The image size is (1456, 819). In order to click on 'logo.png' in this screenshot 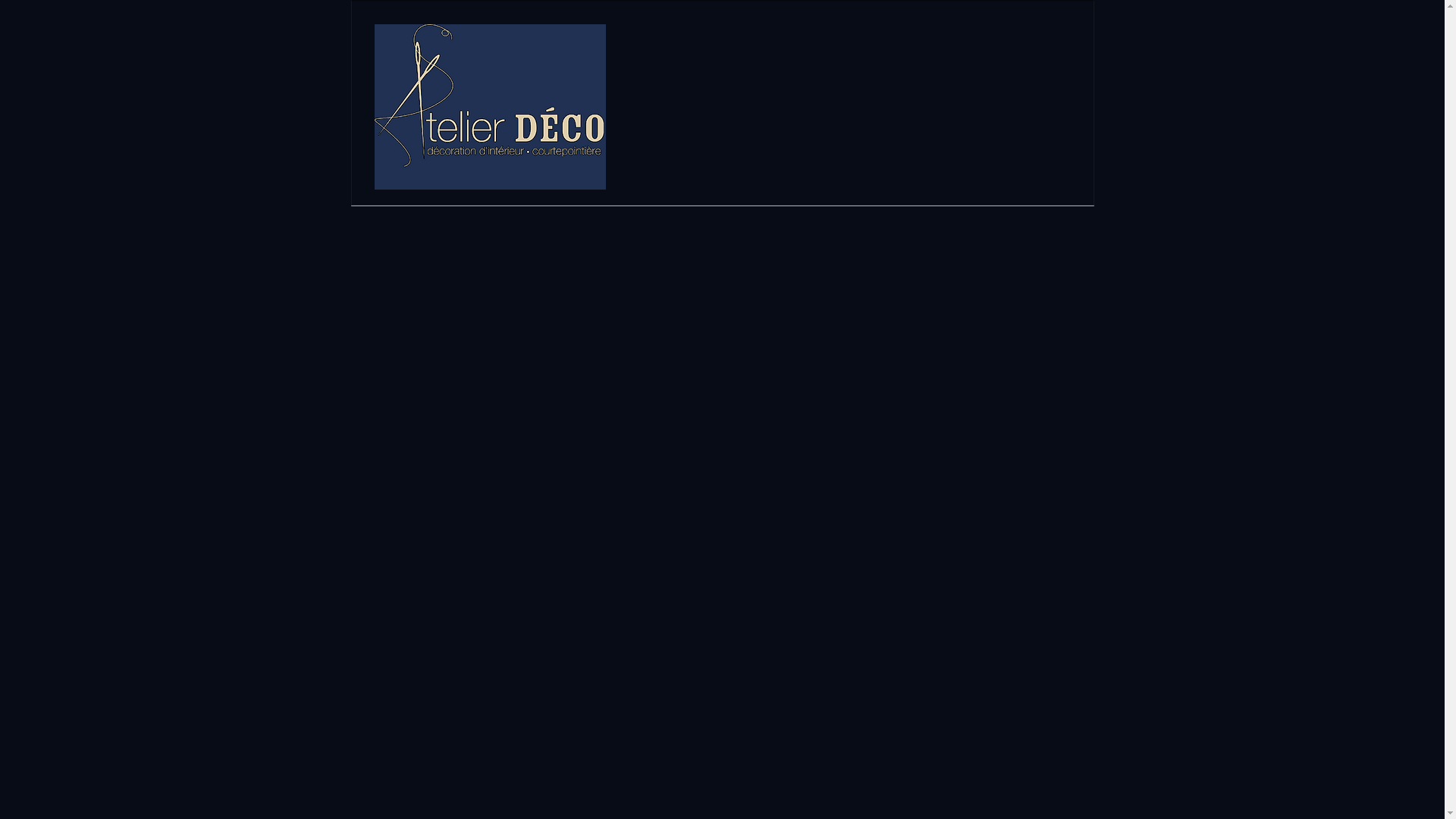, I will do `click(490, 106)`.